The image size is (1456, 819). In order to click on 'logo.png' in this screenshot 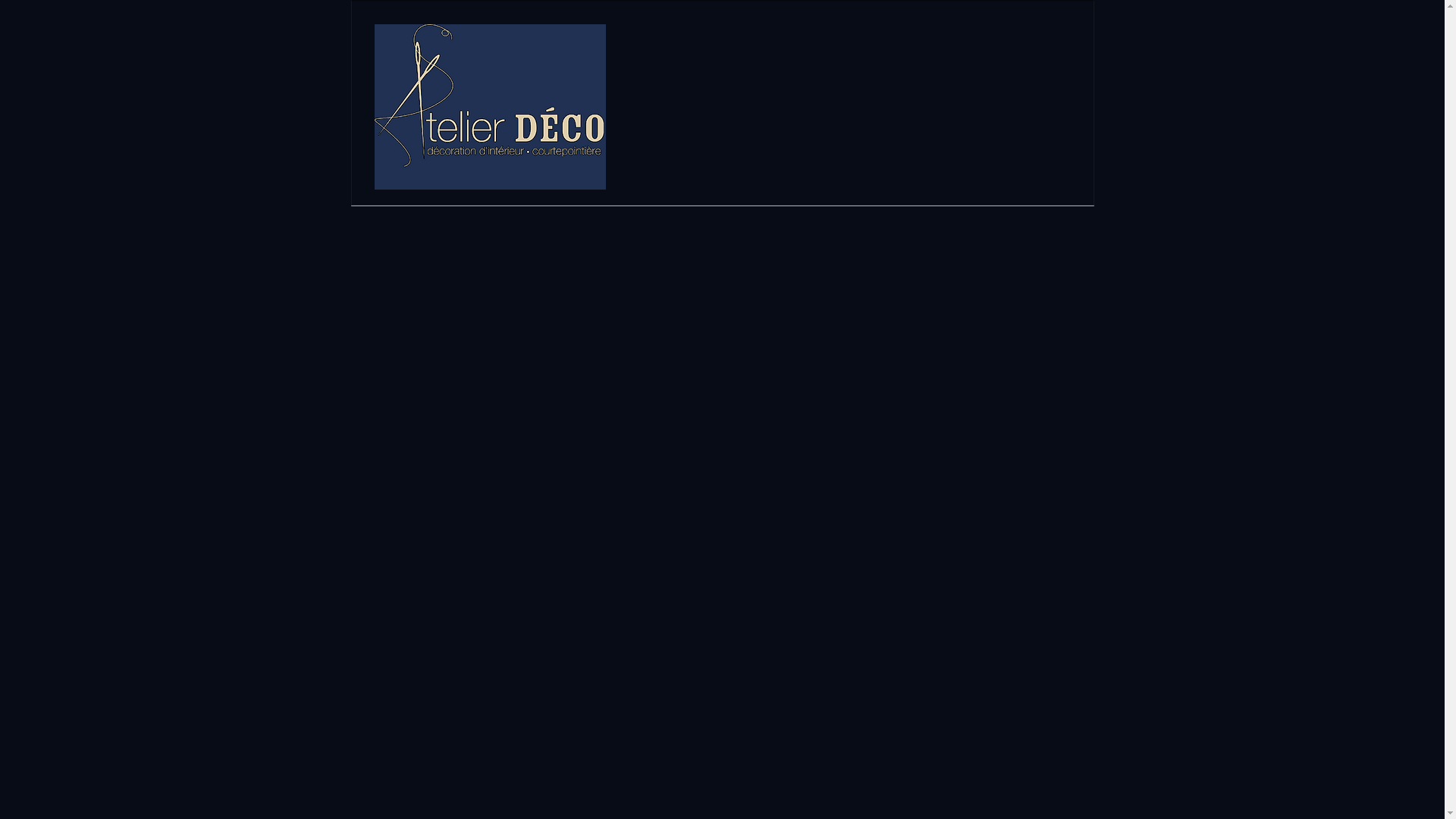, I will do `click(490, 106)`.